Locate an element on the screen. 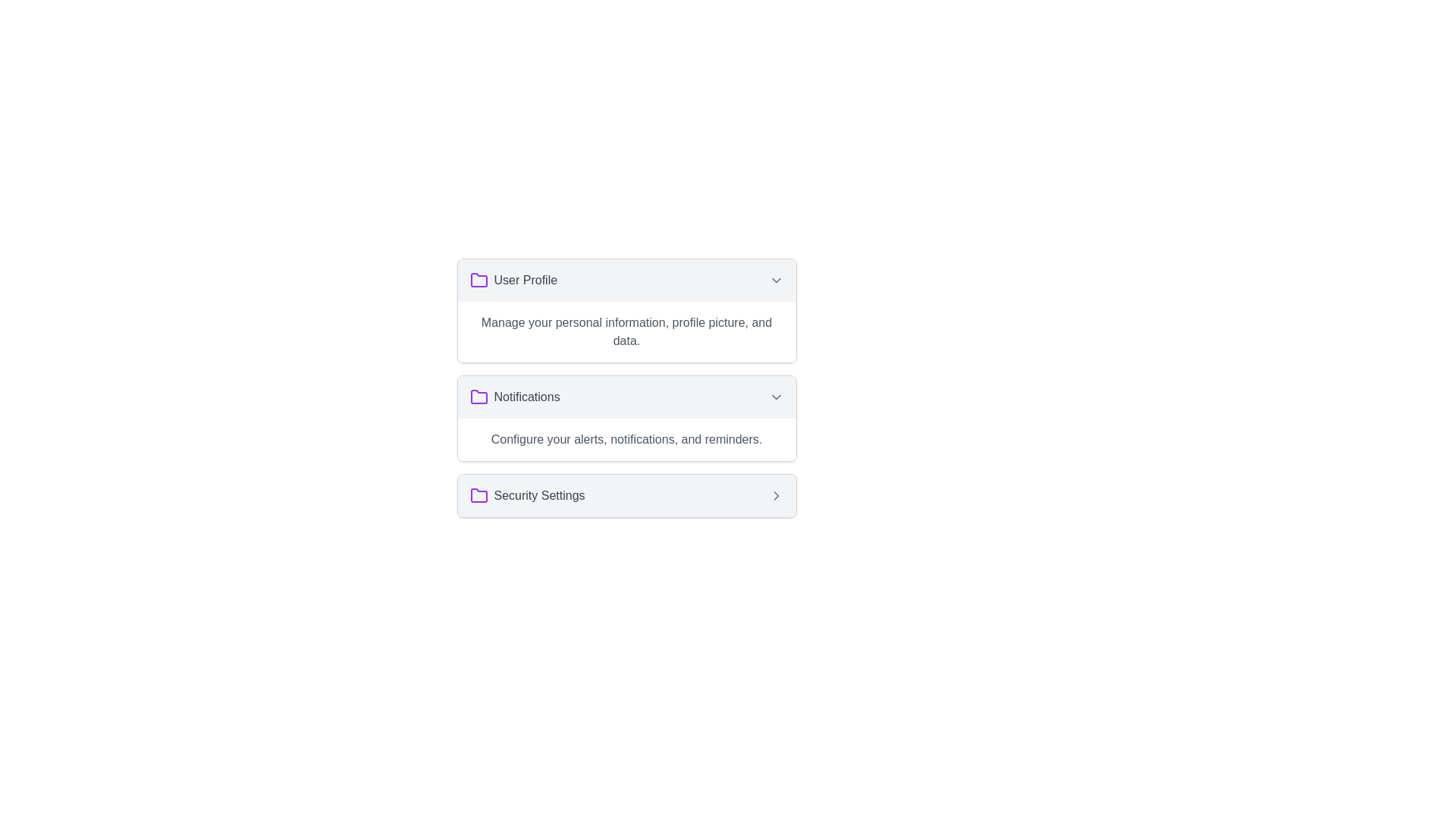 Image resolution: width=1456 pixels, height=819 pixels. the text block element containing the description 'Manage your personal information, profile picture, and data.' located beneath the title 'User Profile' within the bordered card is located at coordinates (626, 331).